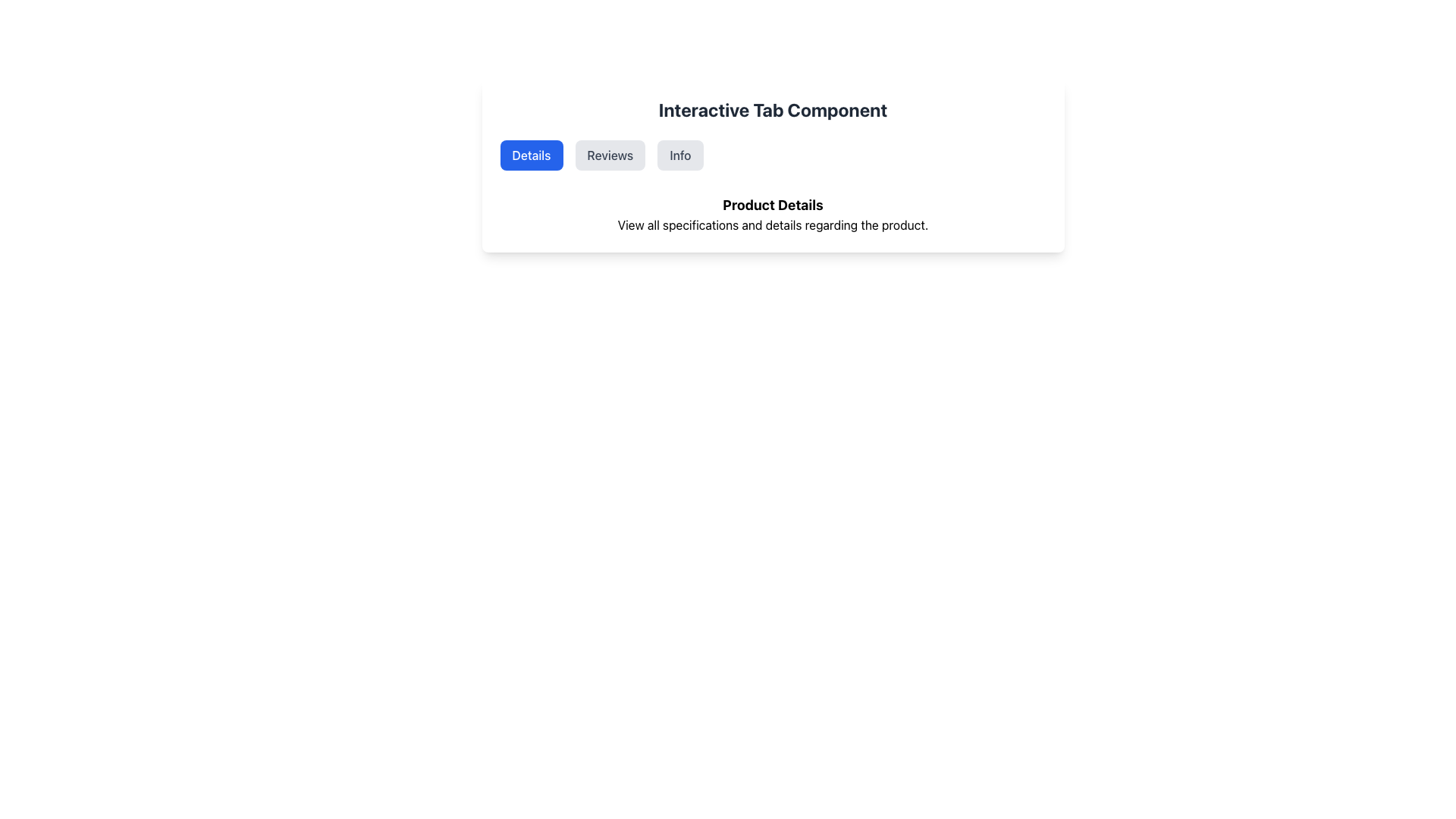  Describe the element at coordinates (679, 155) in the screenshot. I see `the 'Info' button, which is the third button in a row of three buttons, styled with a light gray background and dark gray text` at that location.